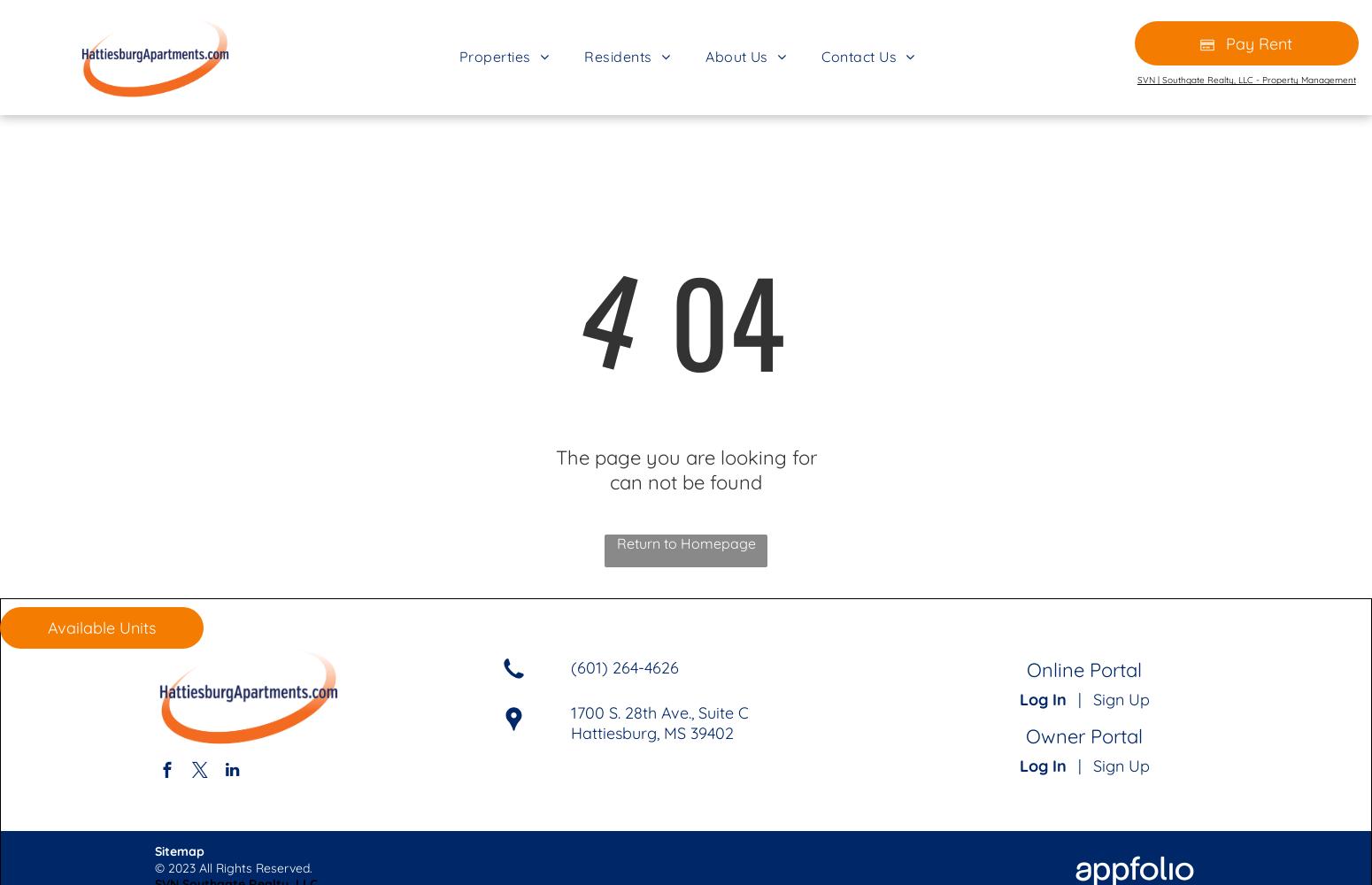  Describe the element at coordinates (858, 55) in the screenshot. I see `'Contact Us'` at that location.